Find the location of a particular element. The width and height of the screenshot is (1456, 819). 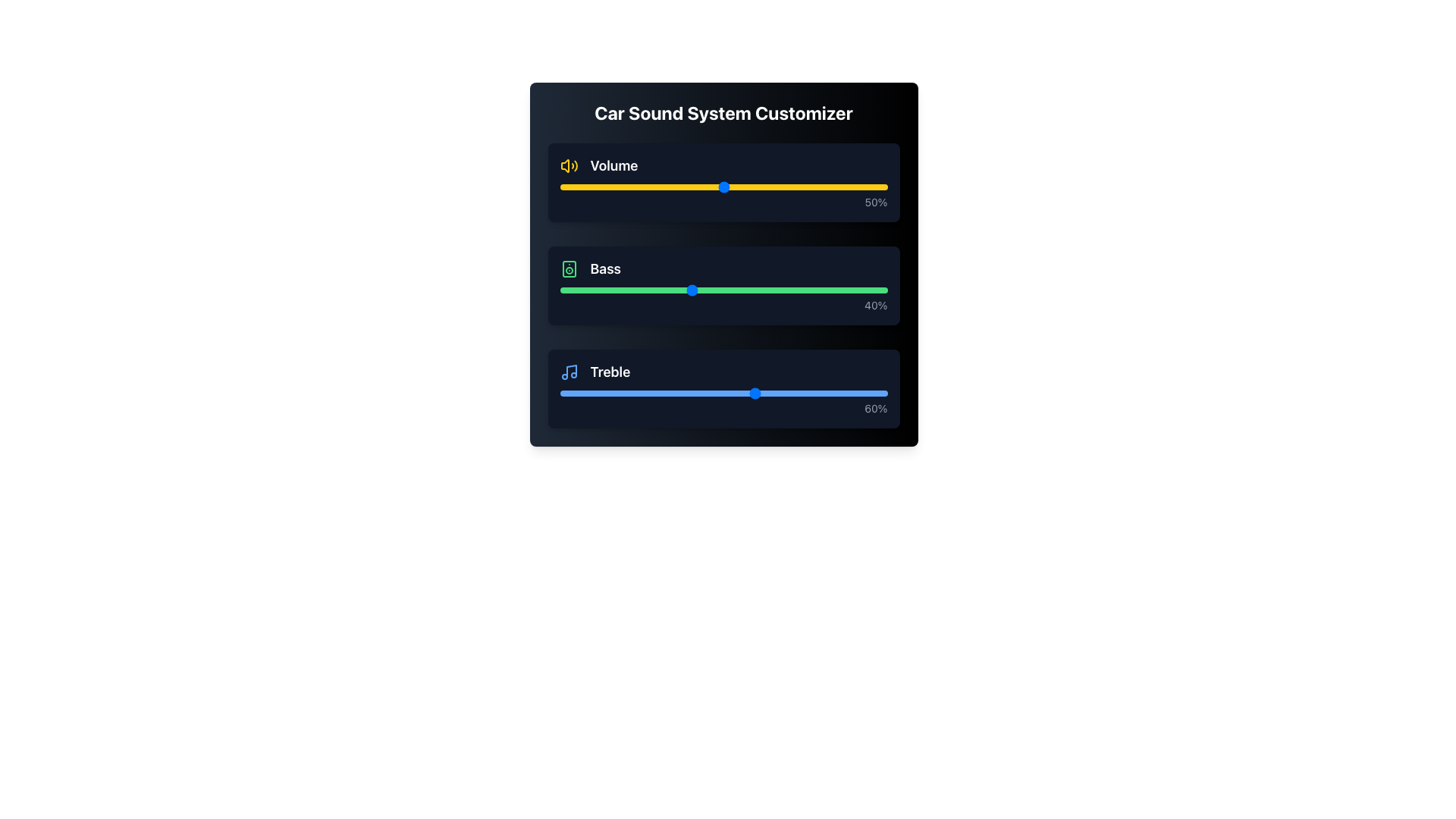

the volume is located at coordinates (716, 186).